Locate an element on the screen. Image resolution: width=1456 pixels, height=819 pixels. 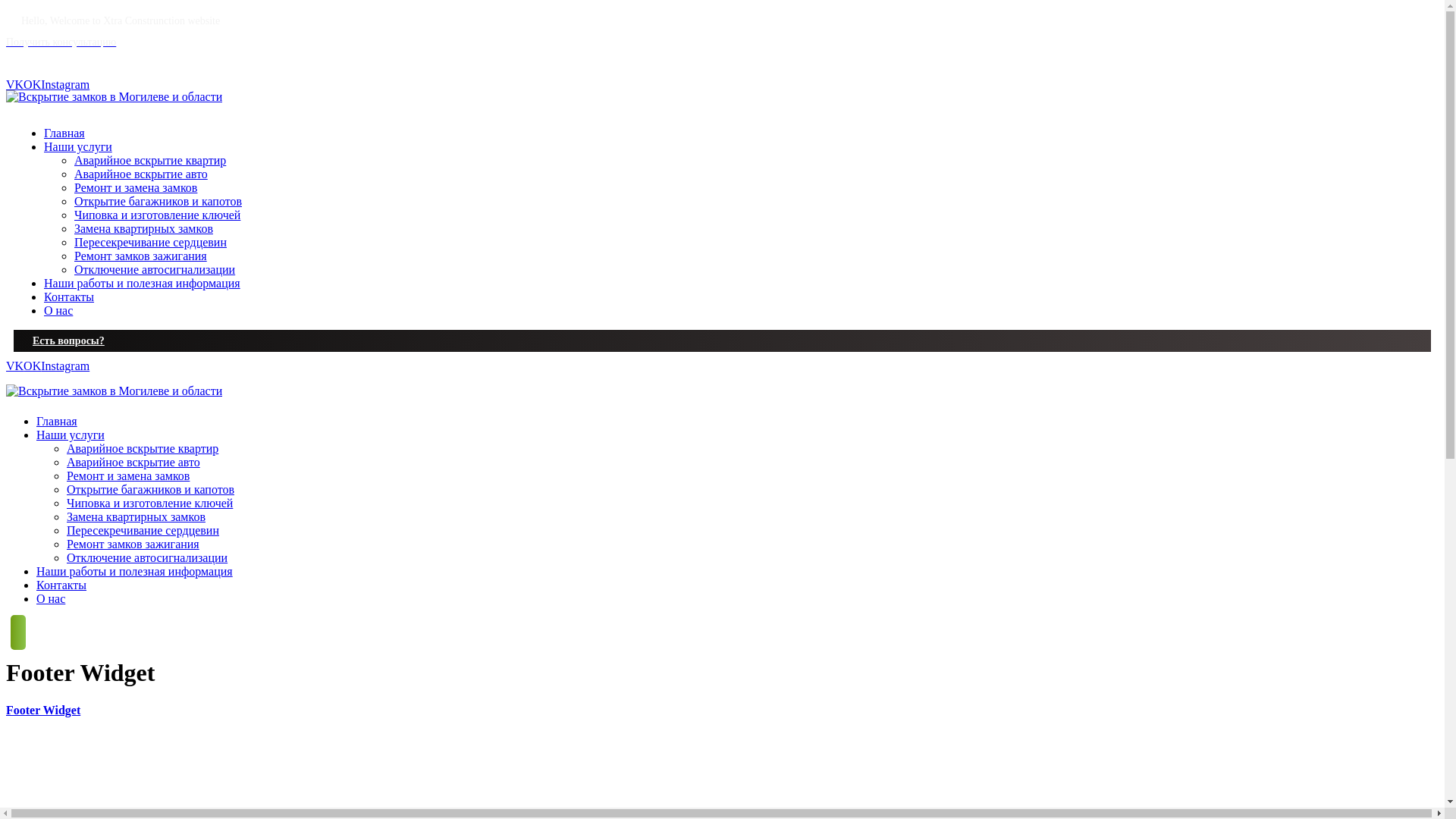
'Instagram' is located at coordinates (64, 366).